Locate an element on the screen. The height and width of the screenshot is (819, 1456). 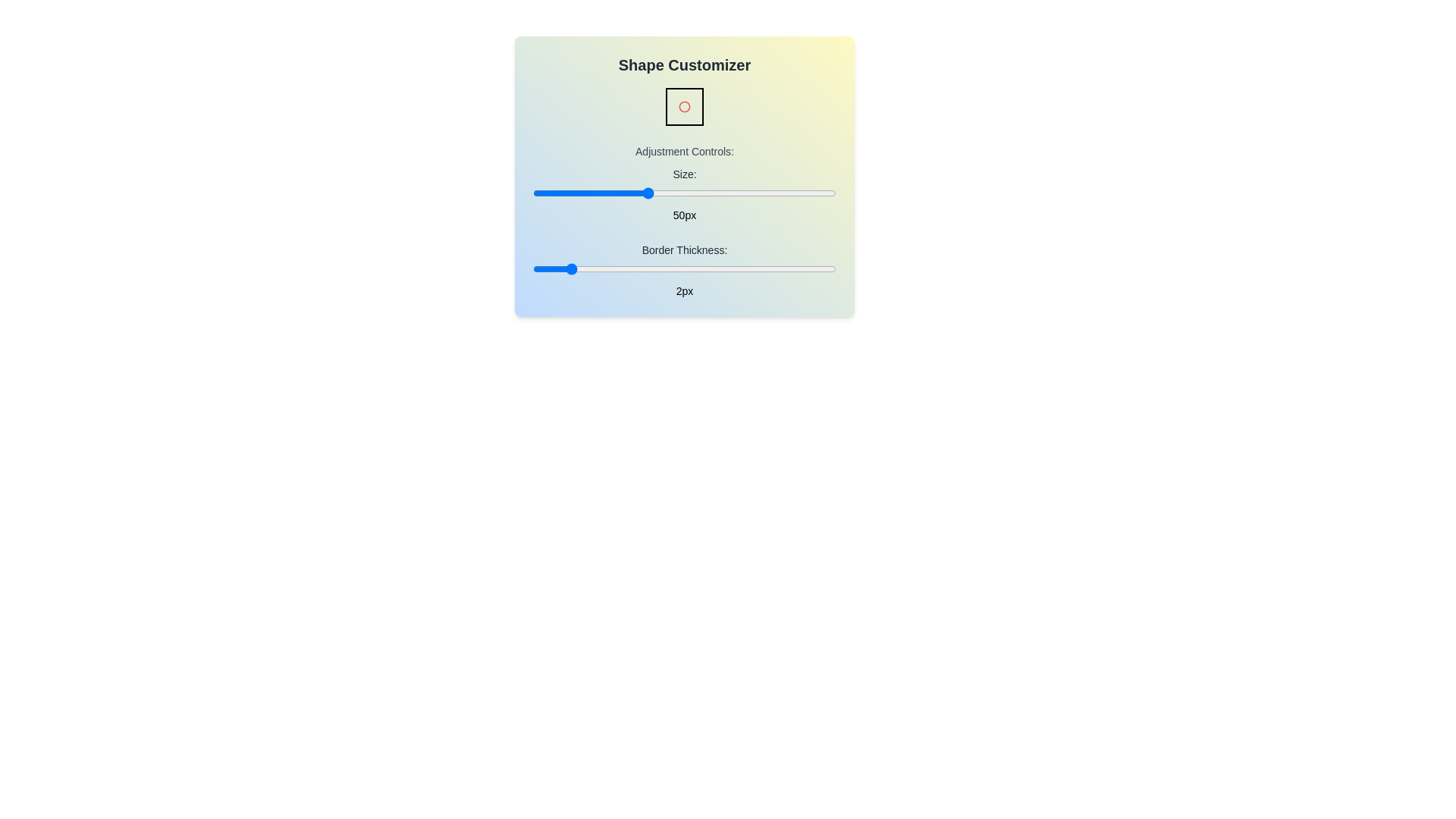
the 'Size' slider to set the size to 97 pixels is located at coordinates (824, 192).